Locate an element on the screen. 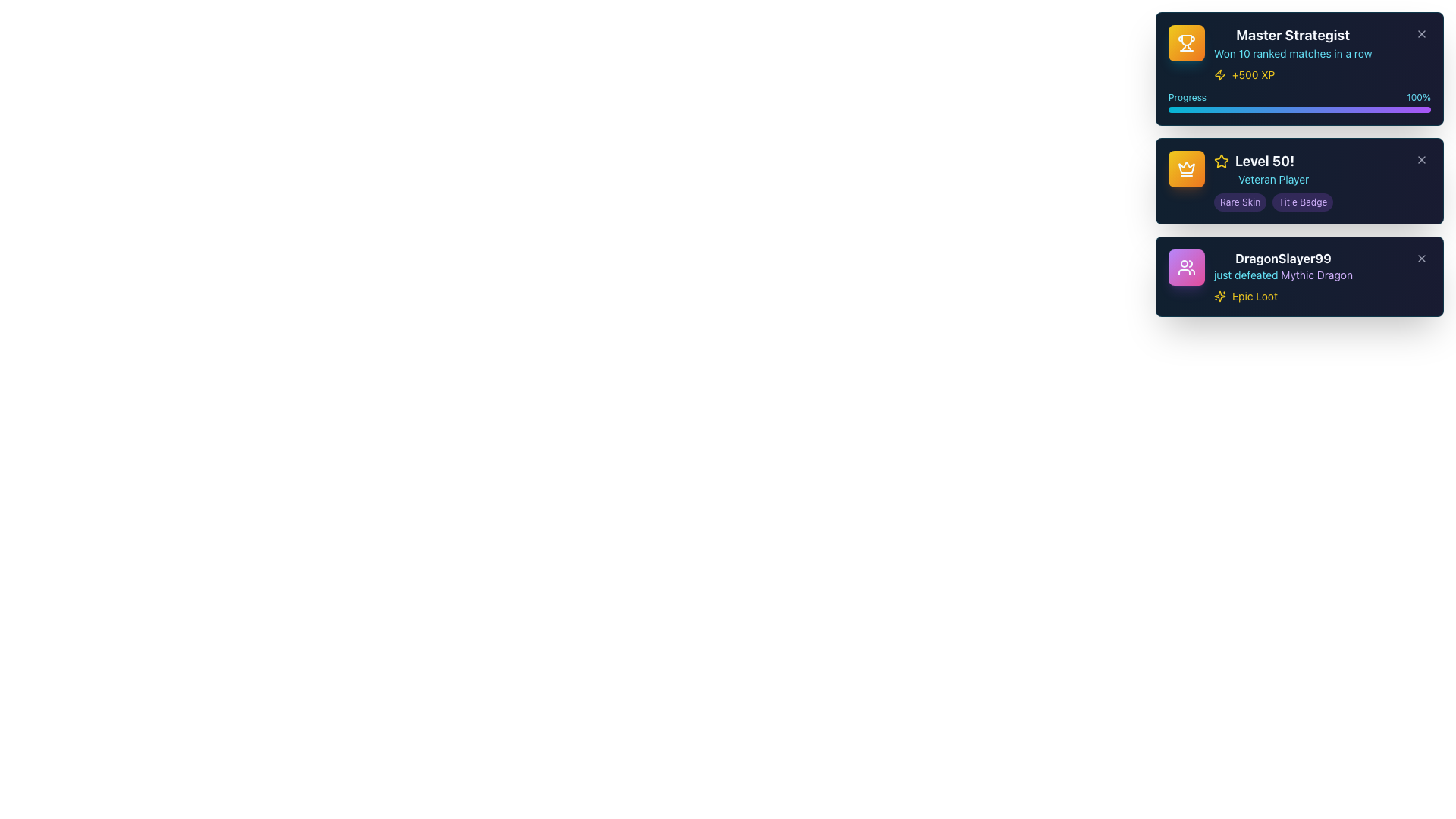  the Text Display that shows 'DragonSlayer99' in bold white font, with 'just defeated Mythic Dragon' in smaller cyan font and 'Mythic Dragon' highlighted in purple, along with 'Epic Loot' in yellow next to a star-shaped icon is located at coordinates (1282, 277).